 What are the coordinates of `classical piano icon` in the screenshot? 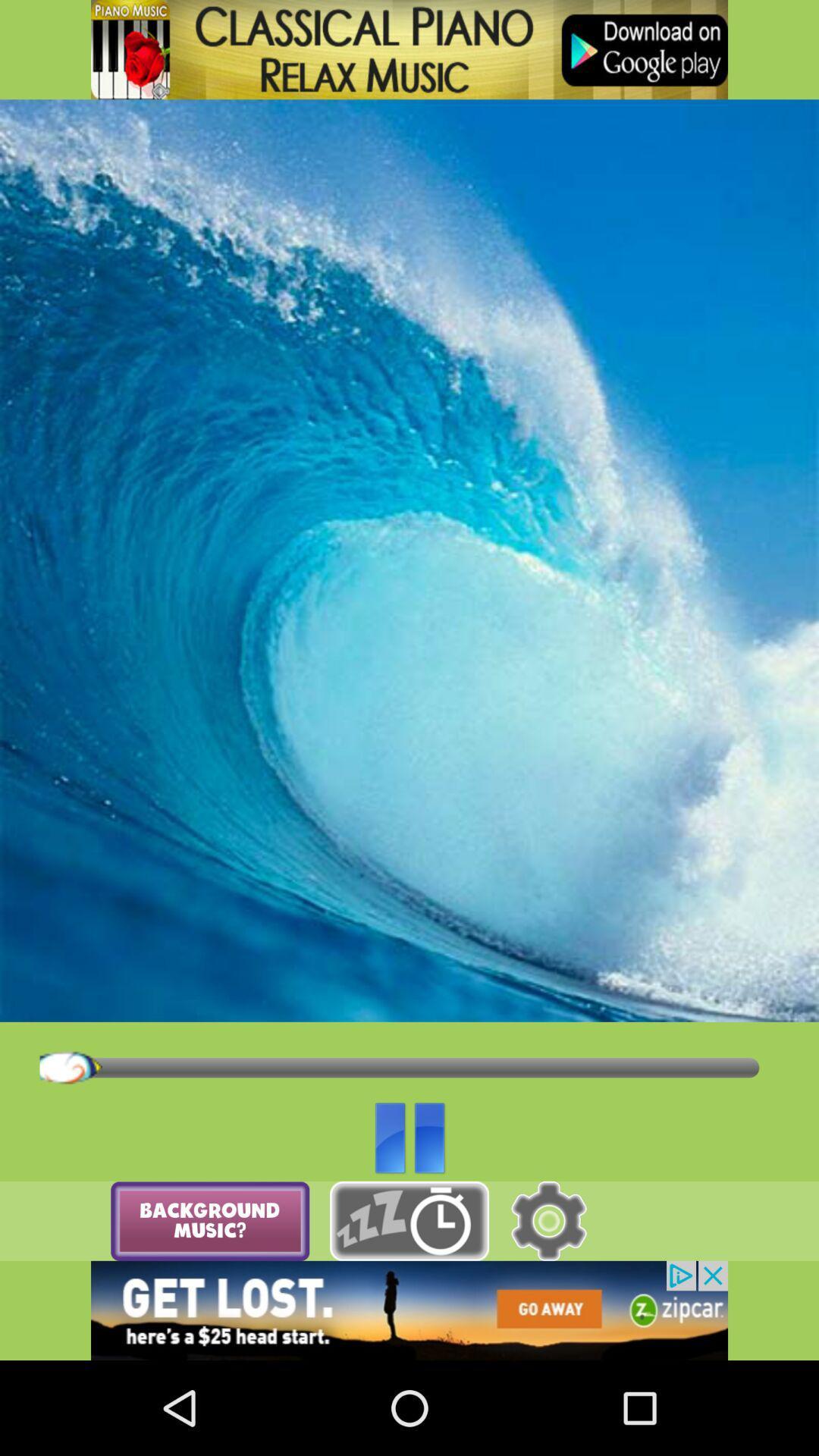 It's located at (409, 49).